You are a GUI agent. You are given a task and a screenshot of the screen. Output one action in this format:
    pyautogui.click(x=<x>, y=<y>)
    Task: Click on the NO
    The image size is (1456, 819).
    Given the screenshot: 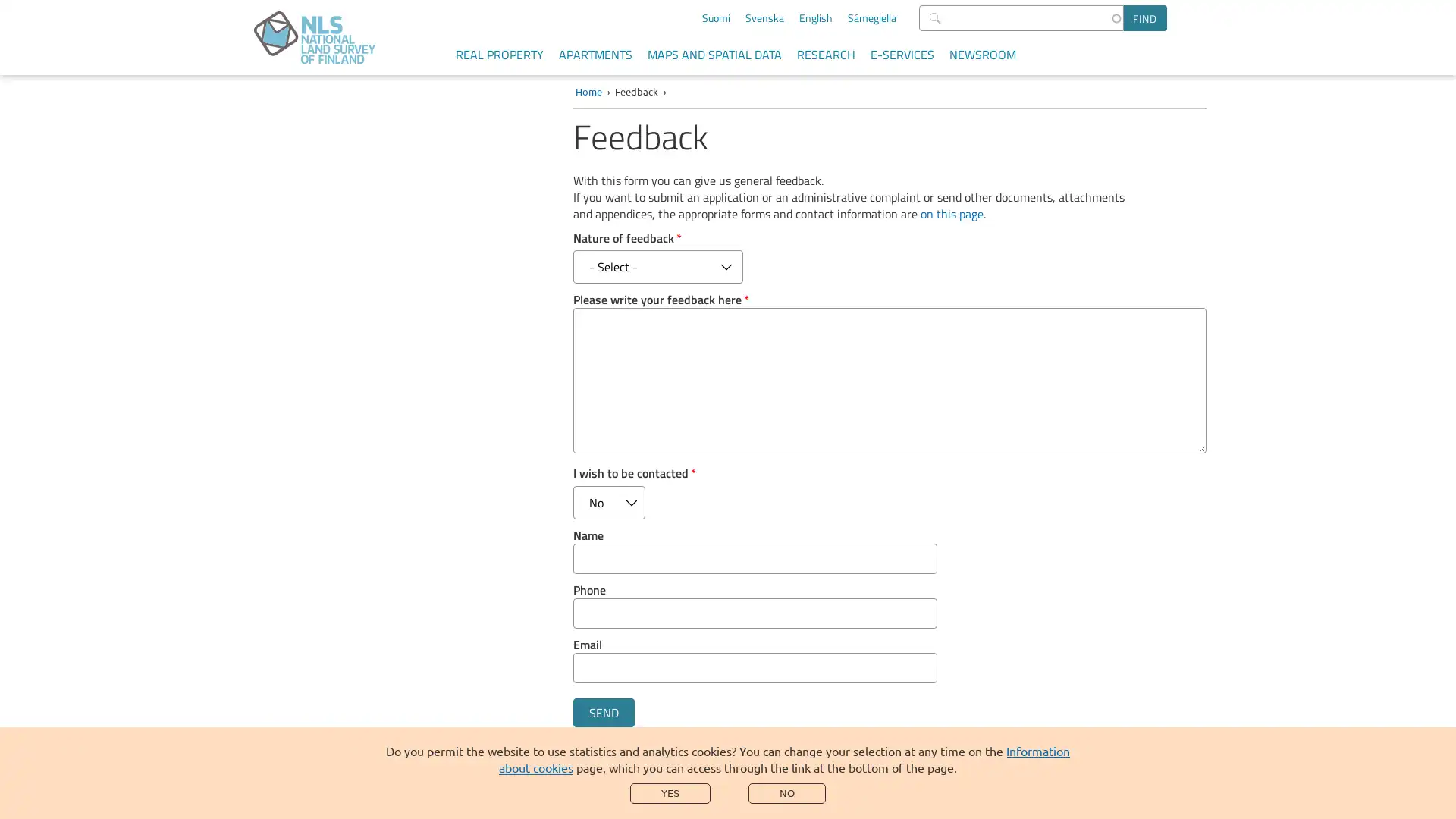 What is the action you would take?
    pyautogui.click(x=786, y=792)
    